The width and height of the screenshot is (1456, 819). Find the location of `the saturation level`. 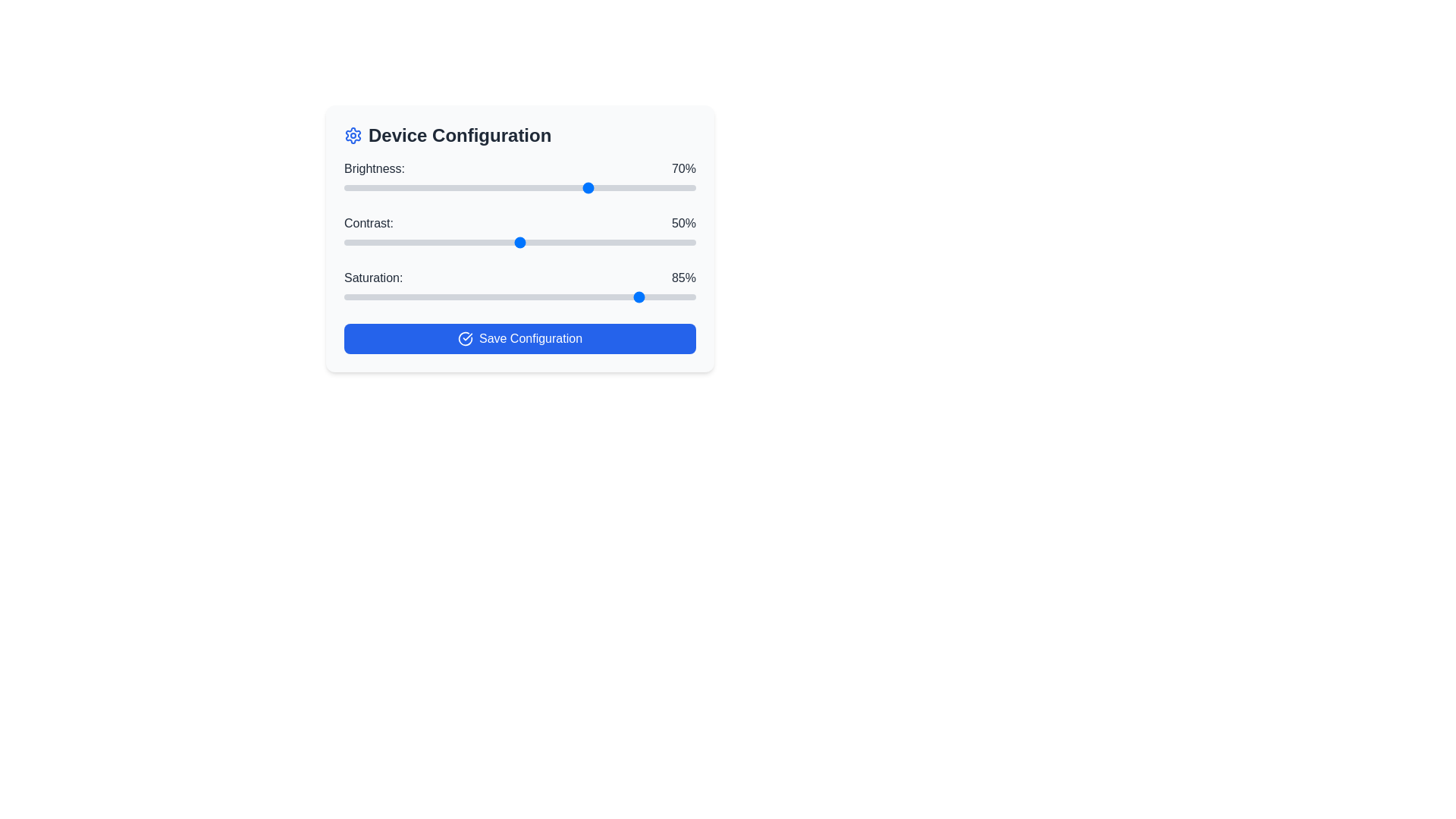

the saturation level is located at coordinates (449, 297).